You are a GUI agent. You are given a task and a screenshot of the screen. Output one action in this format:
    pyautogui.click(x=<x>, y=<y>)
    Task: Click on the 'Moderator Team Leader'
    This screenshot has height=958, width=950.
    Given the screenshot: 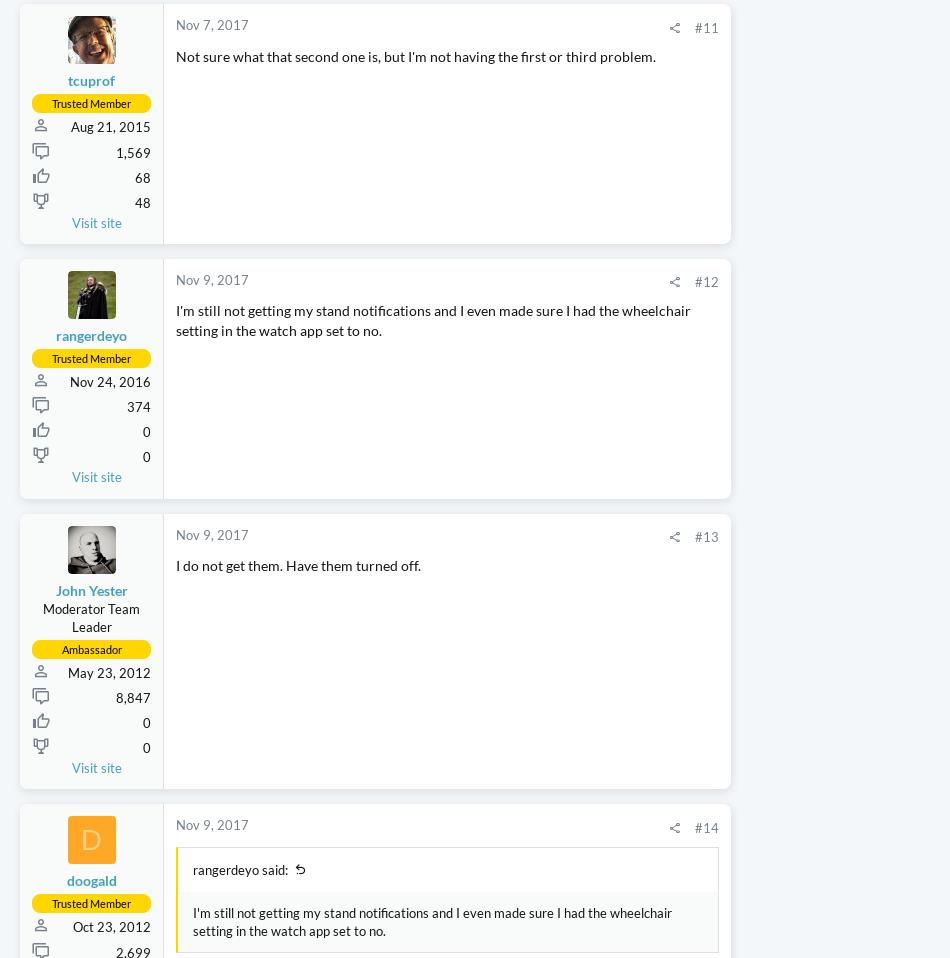 What is the action you would take?
    pyautogui.click(x=91, y=734)
    